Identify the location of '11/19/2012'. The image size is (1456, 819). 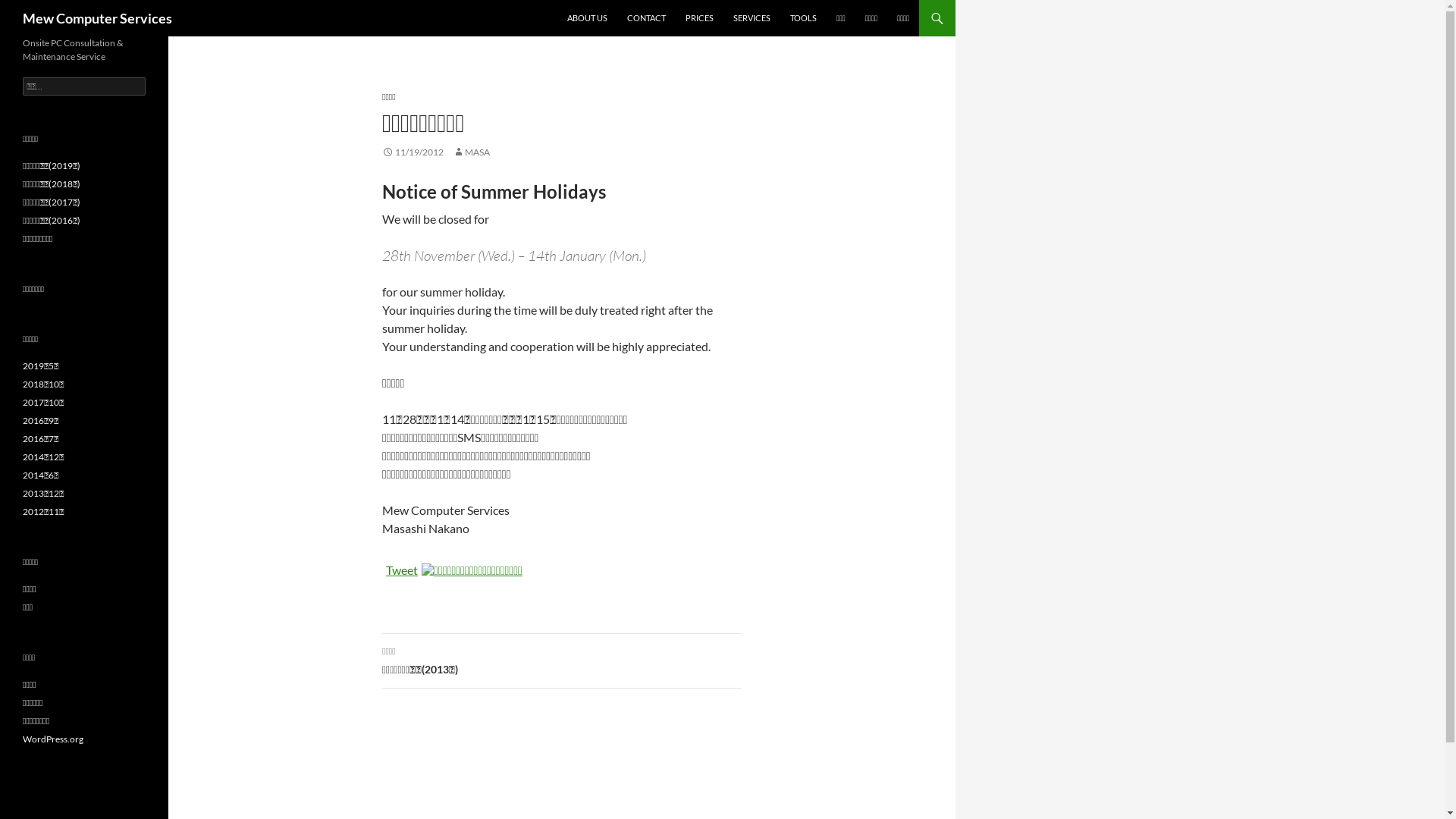
(382, 152).